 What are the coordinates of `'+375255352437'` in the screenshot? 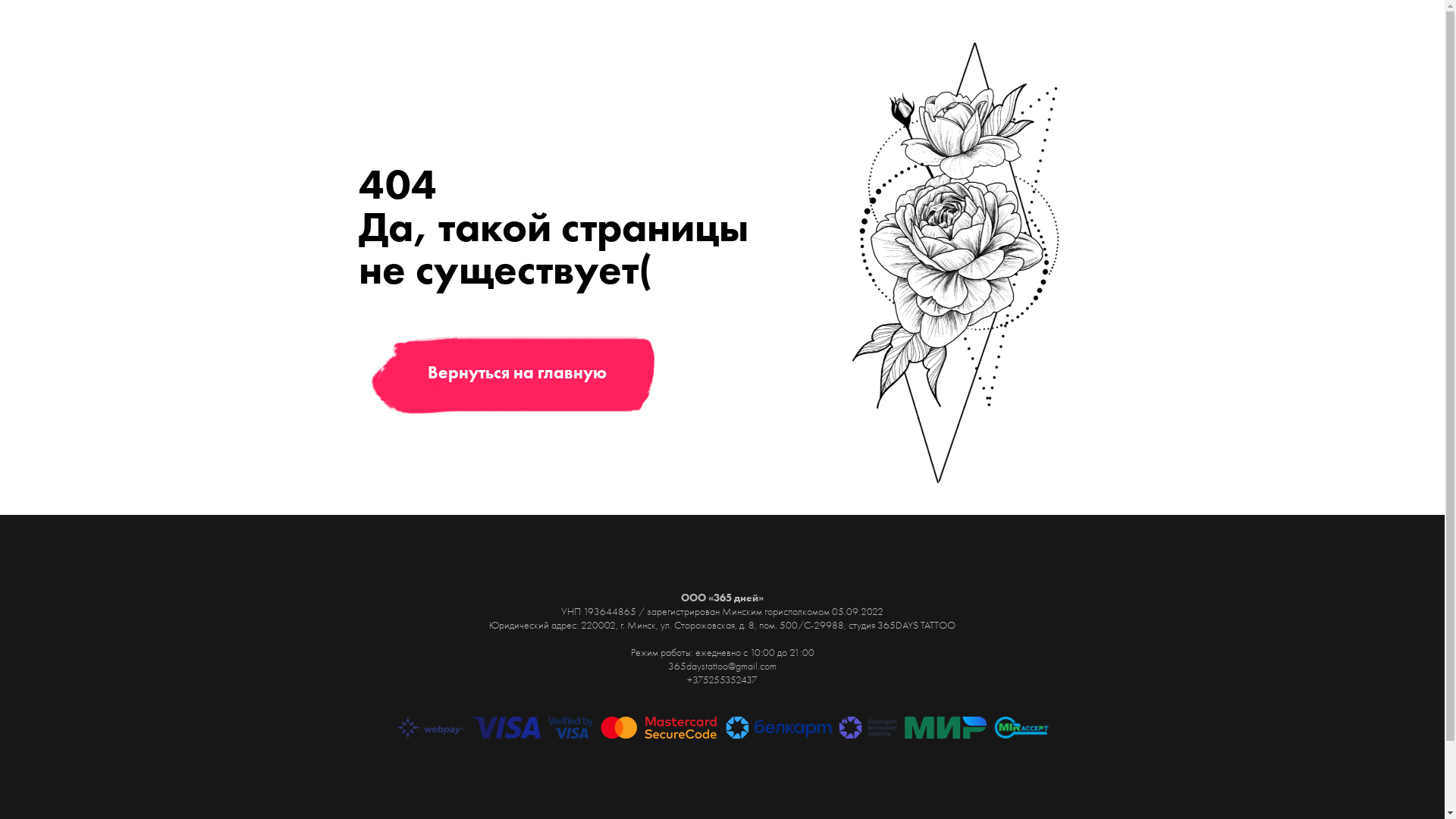 It's located at (686, 678).